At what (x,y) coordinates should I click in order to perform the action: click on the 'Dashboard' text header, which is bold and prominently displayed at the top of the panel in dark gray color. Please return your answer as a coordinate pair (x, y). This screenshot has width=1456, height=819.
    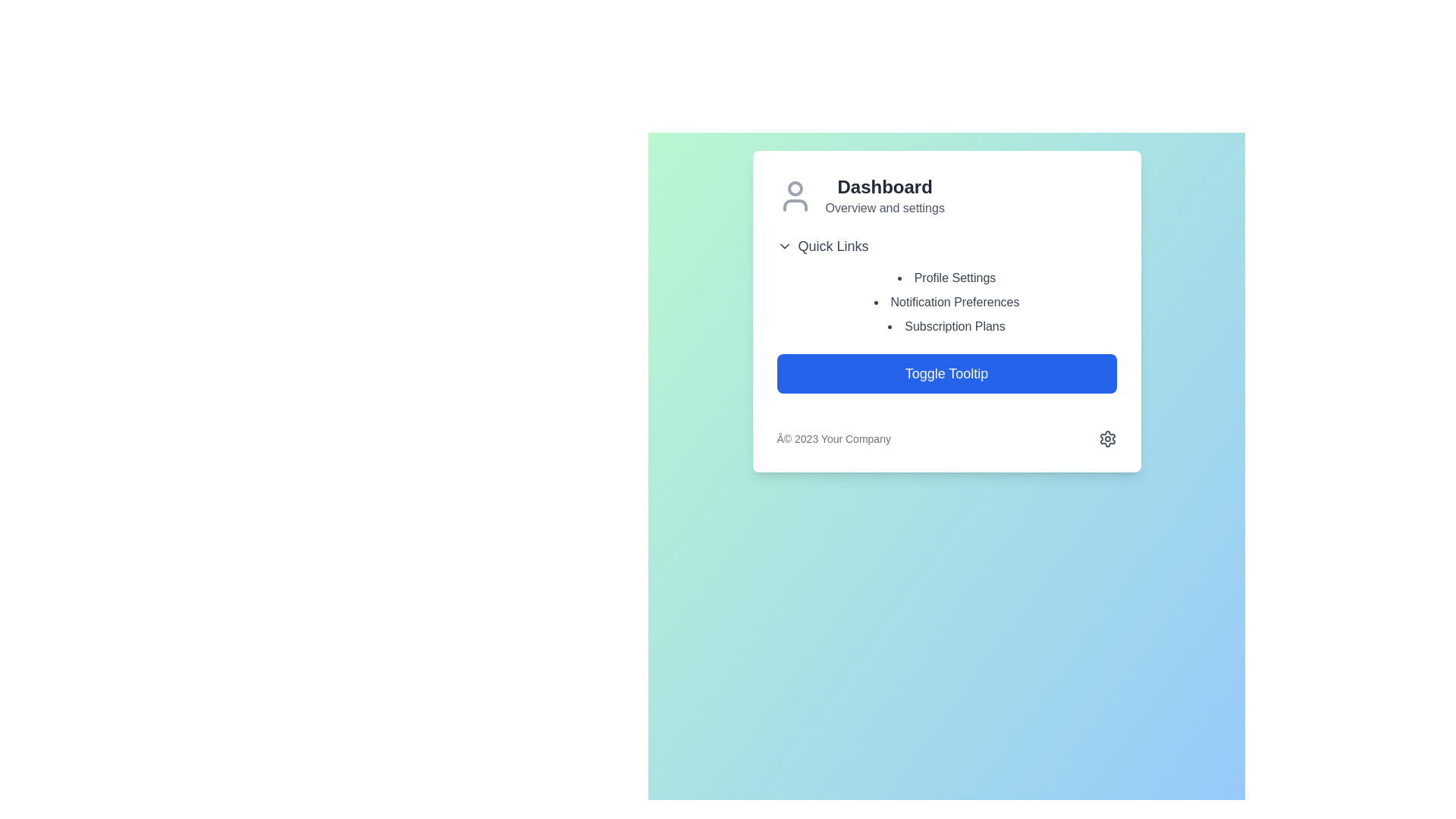
    Looking at the image, I should click on (885, 186).